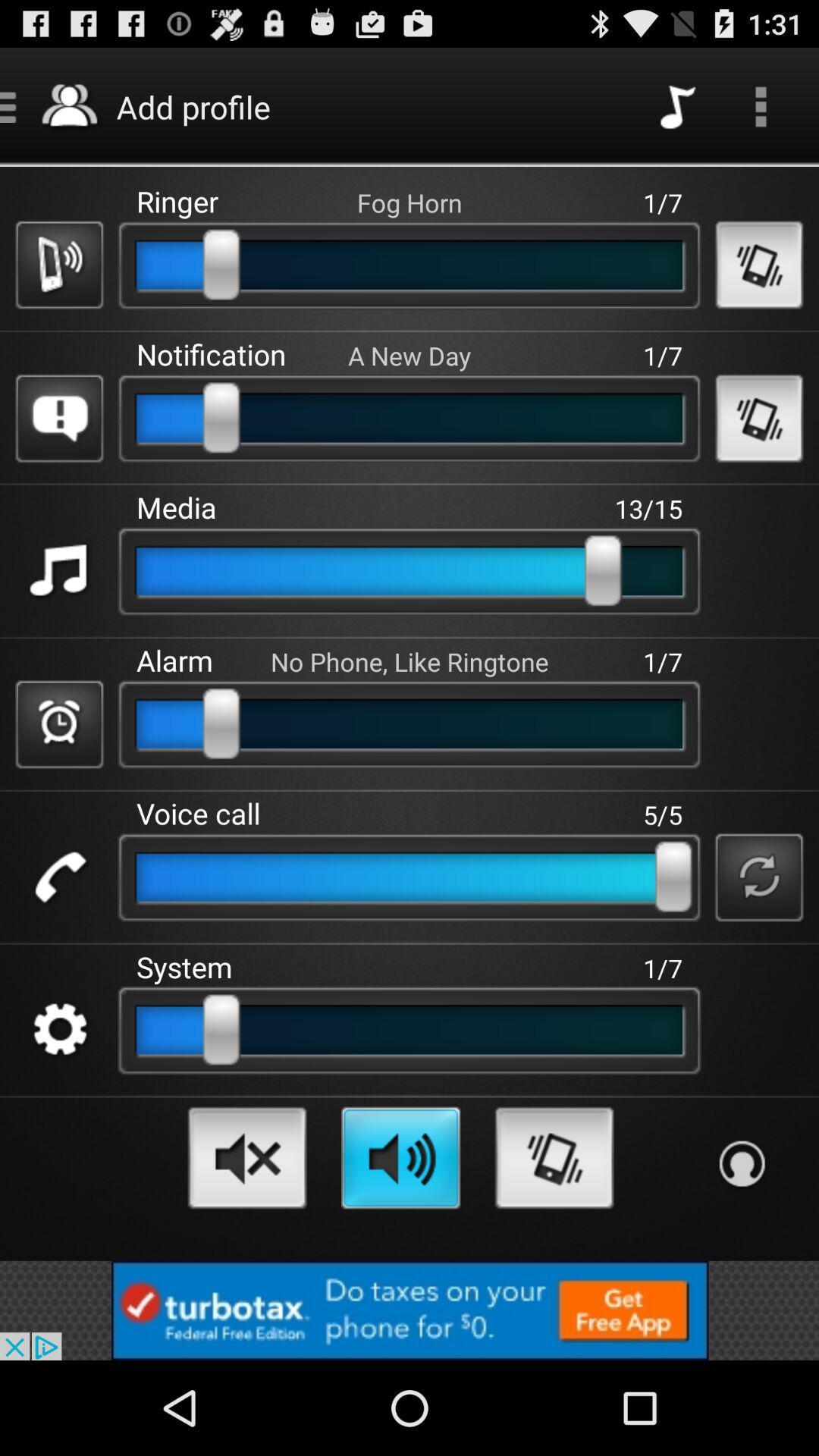 This screenshot has width=819, height=1456. What do you see at coordinates (761, 105) in the screenshot?
I see `see options` at bounding box center [761, 105].